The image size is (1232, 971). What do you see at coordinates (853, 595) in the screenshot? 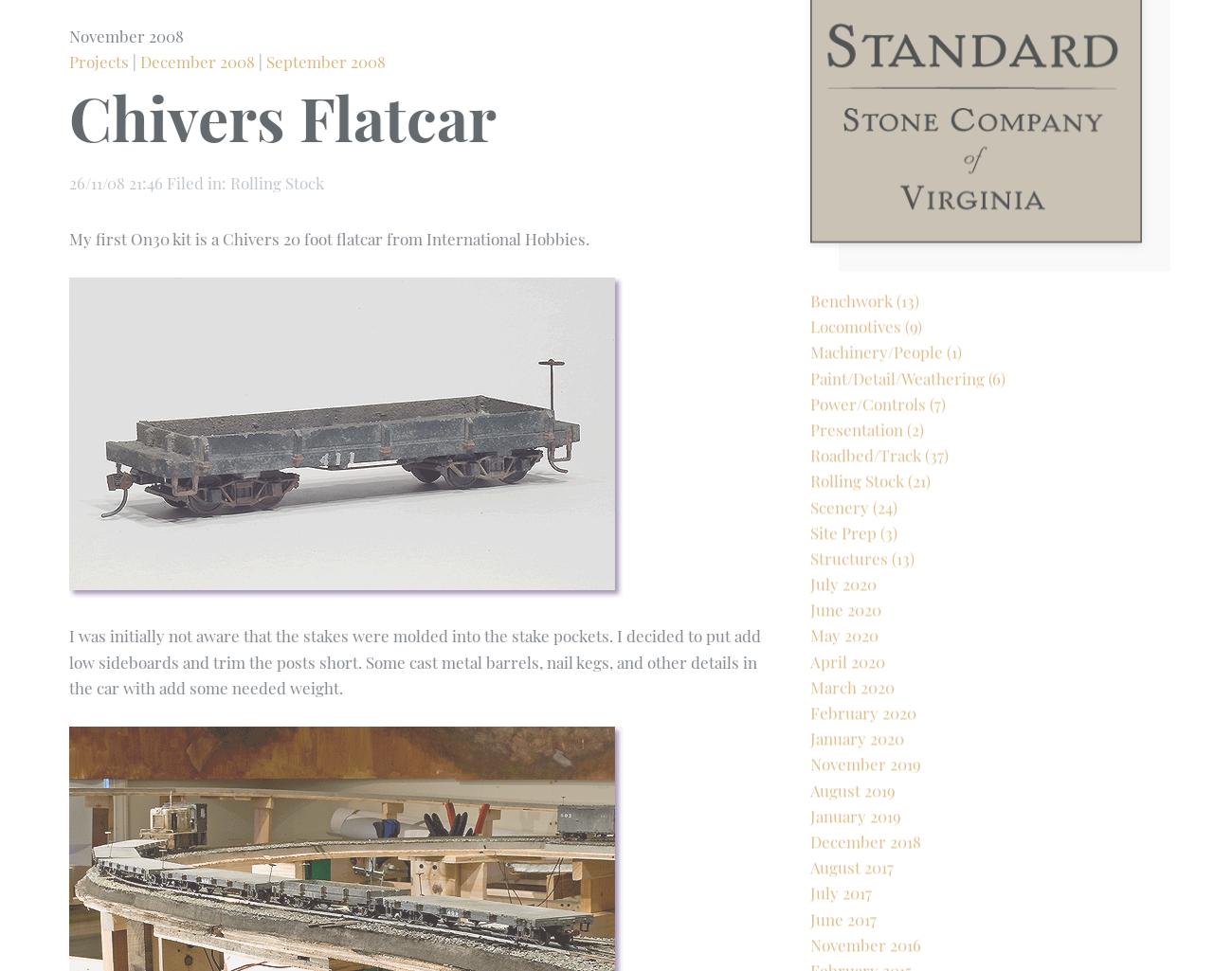
I see `'Site Prep (3)'` at bounding box center [853, 595].